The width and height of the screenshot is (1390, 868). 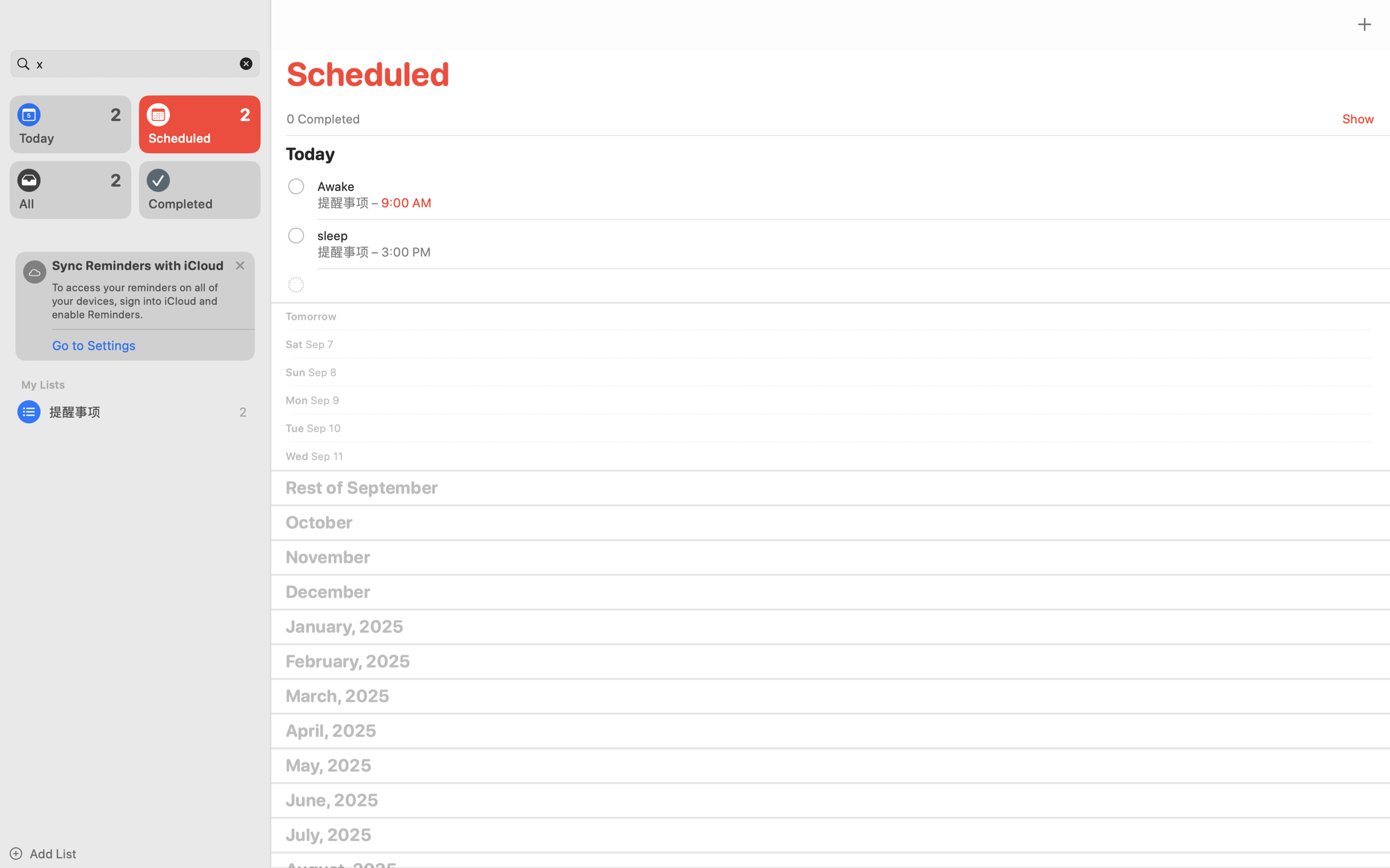 I want to click on '0 Completed', so click(x=322, y=118).